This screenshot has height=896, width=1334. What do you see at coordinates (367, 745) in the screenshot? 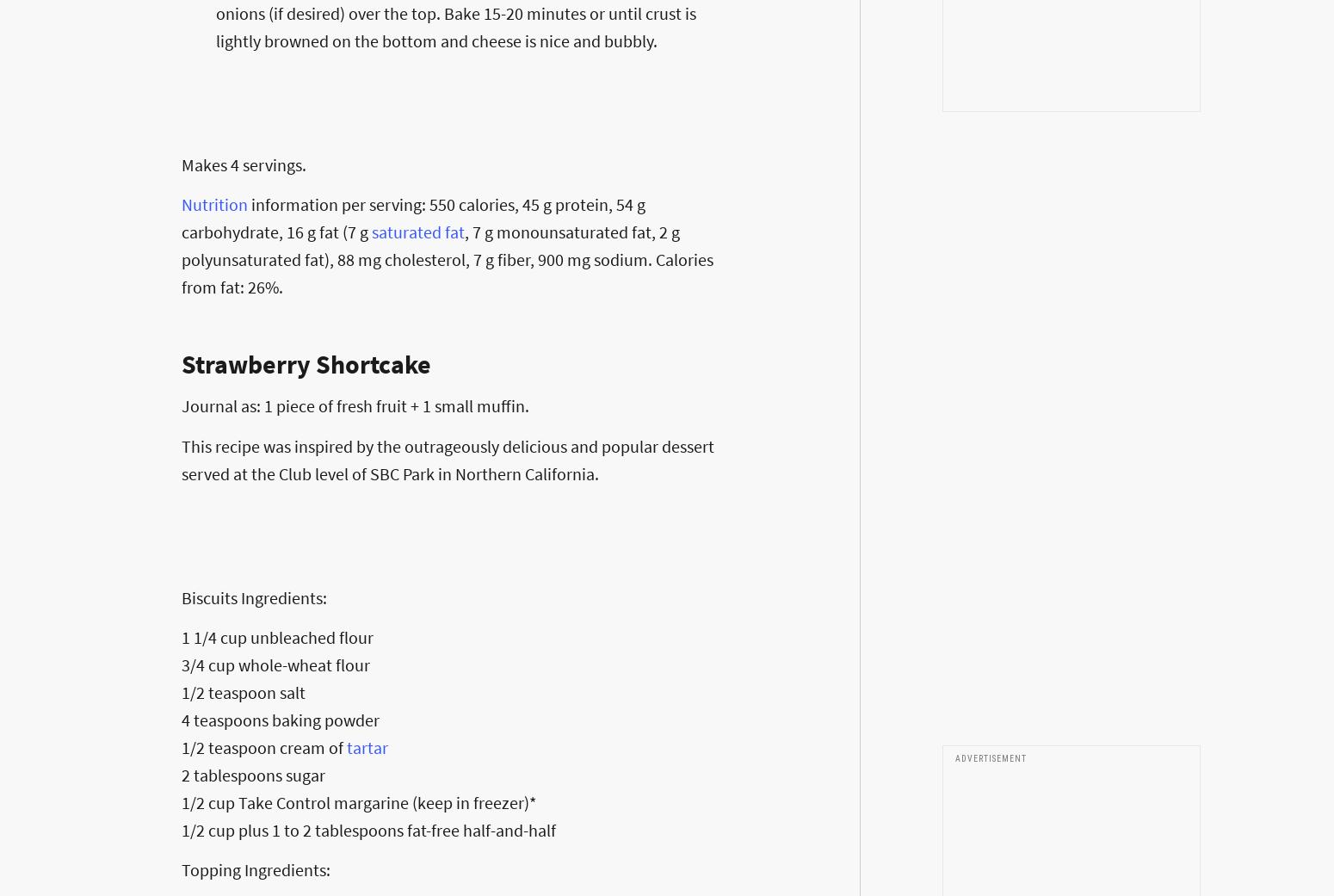
I see `'tartar'` at bounding box center [367, 745].